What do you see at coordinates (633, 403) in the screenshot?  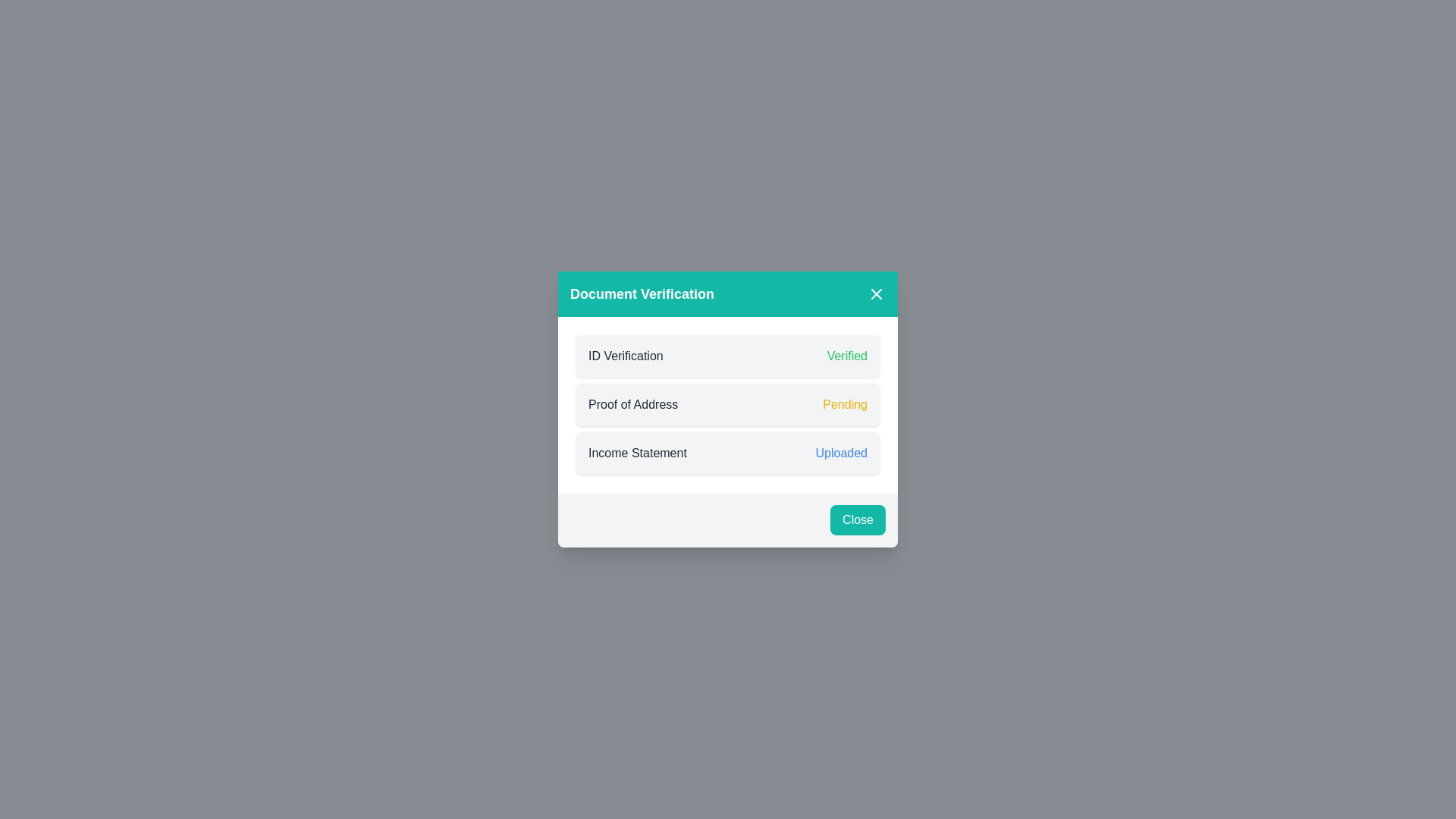 I see `static text label displaying 'Proof of Address' located in the second row of a list within the 'Document Verification' modal window` at bounding box center [633, 403].